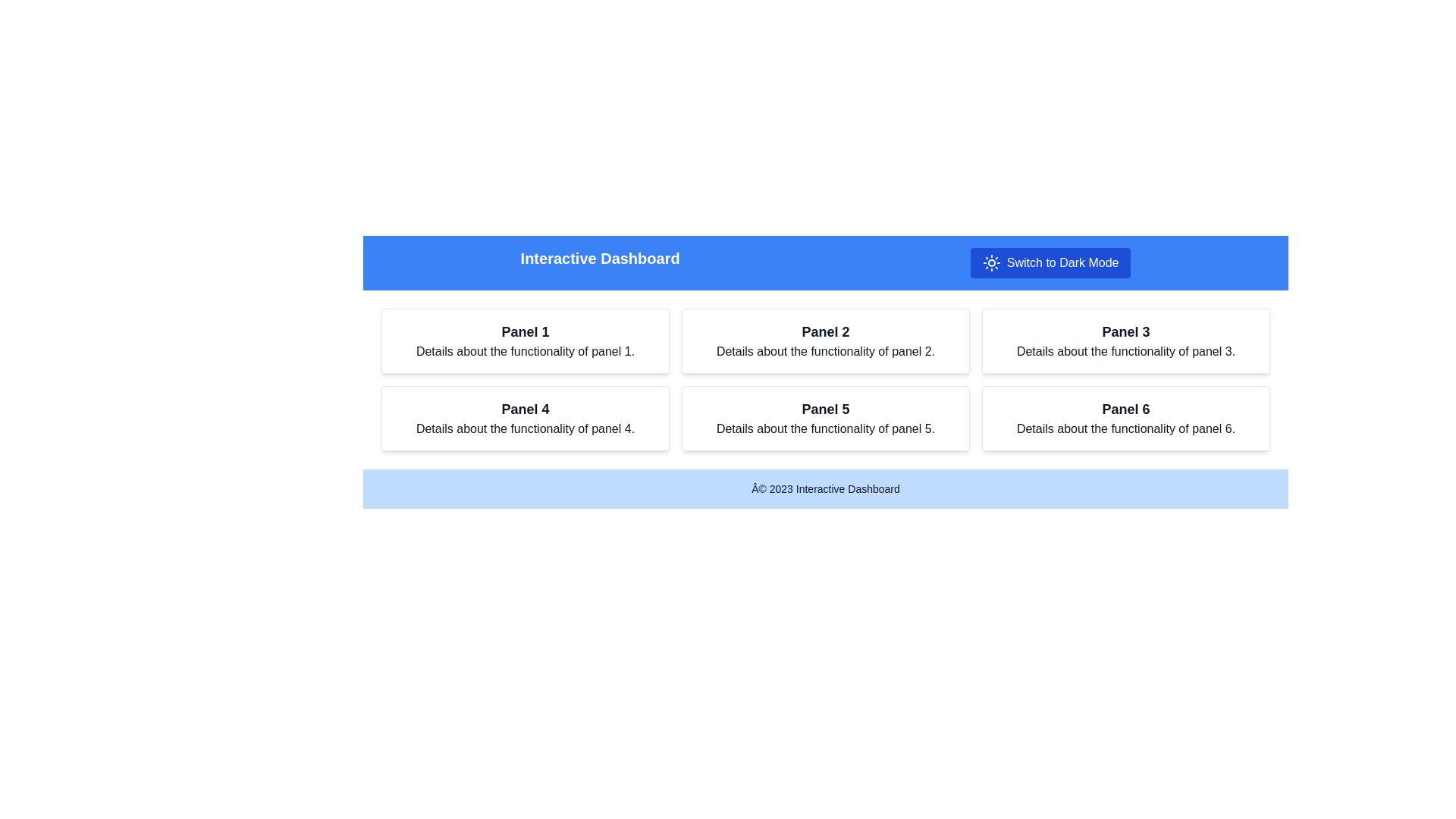  Describe the element at coordinates (525, 341) in the screenshot. I see `the Informational Panel titled 'Panel 1' which contains a description about its functionality, located in the first column of the top row in a three-column grid layout` at that location.